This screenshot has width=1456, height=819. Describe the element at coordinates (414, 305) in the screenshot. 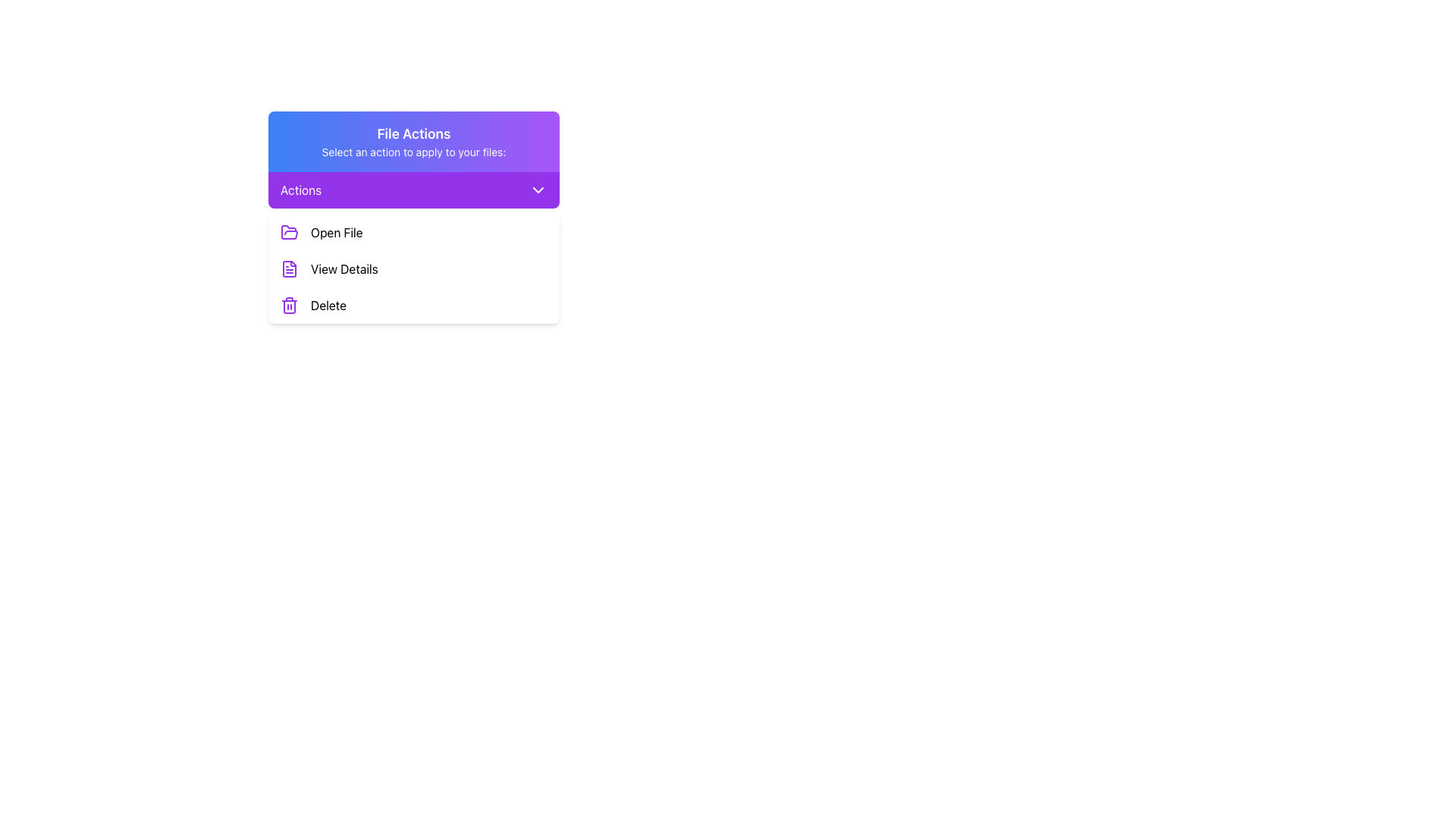

I see `the delete button located at the bottom of the 'File Actions' dropdown panel` at that location.